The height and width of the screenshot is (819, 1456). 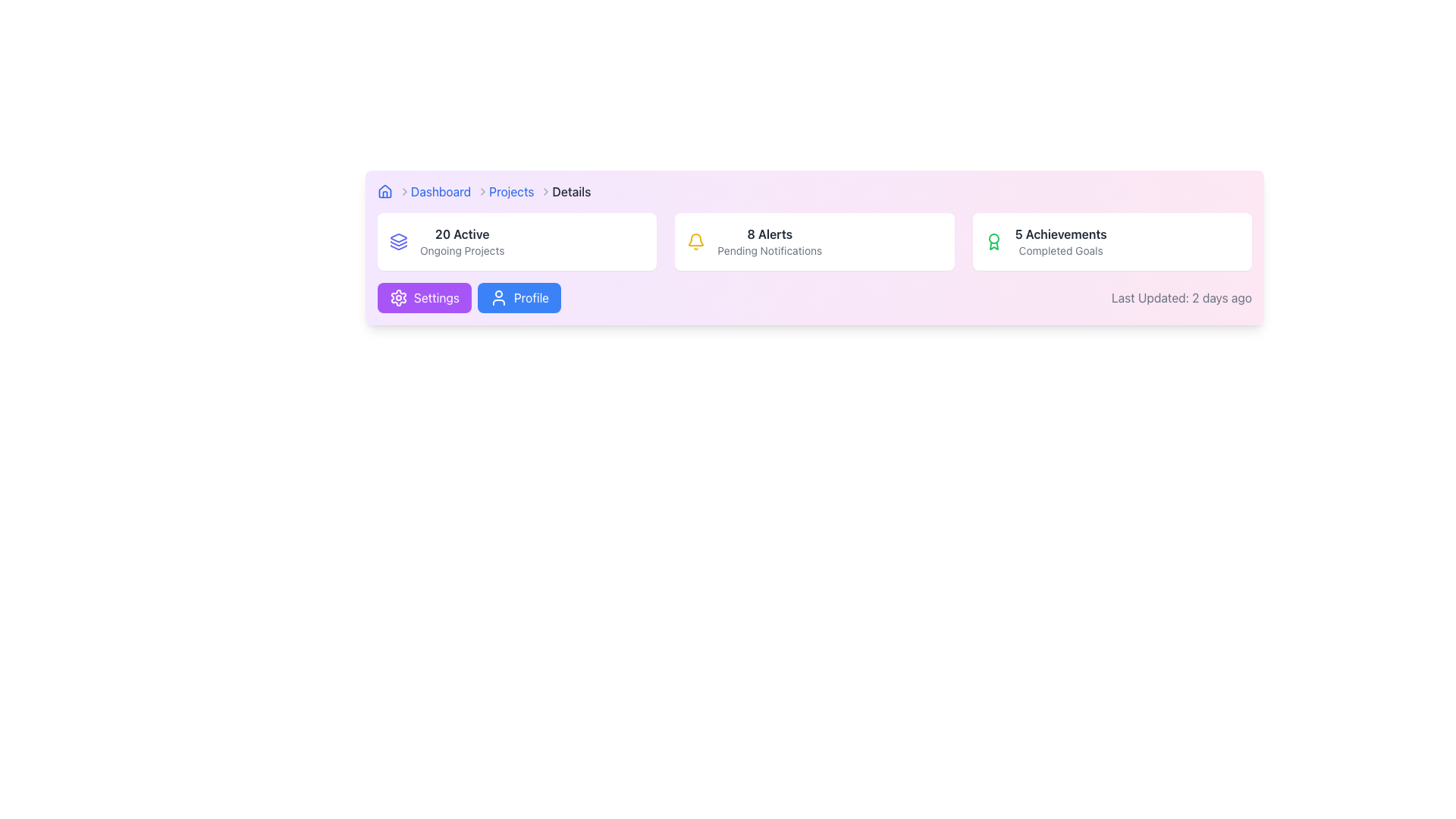 What do you see at coordinates (993, 239) in the screenshot?
I see `circular decorative graphical element in the SVG icon that represents achievements, located at the center of the icon next to the '5 Achievements' text` at bounding box center [993, 239].